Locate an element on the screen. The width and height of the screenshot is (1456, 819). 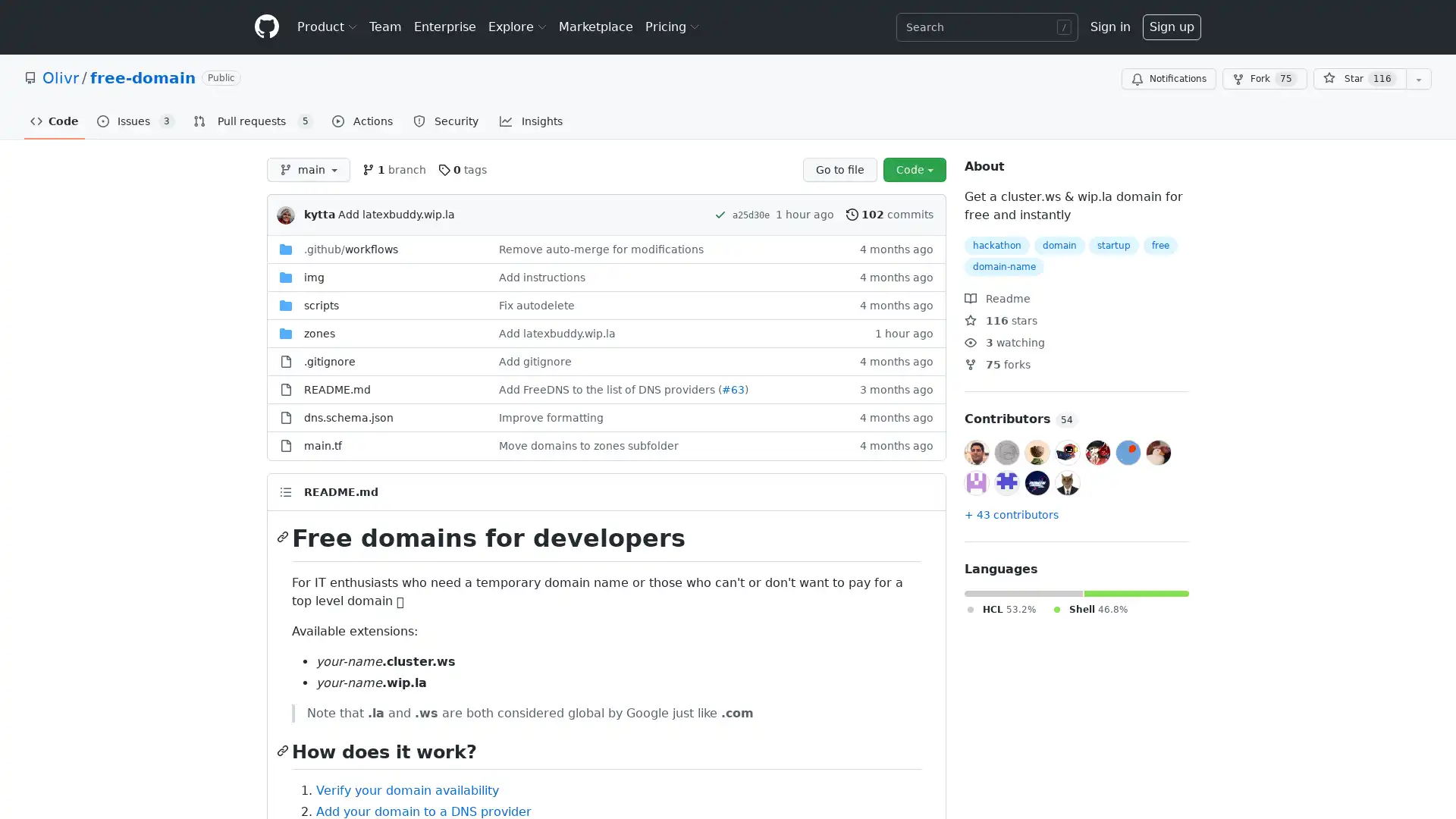
You must be signed in to add this repository to a list is located at coordinates (1418, 79).